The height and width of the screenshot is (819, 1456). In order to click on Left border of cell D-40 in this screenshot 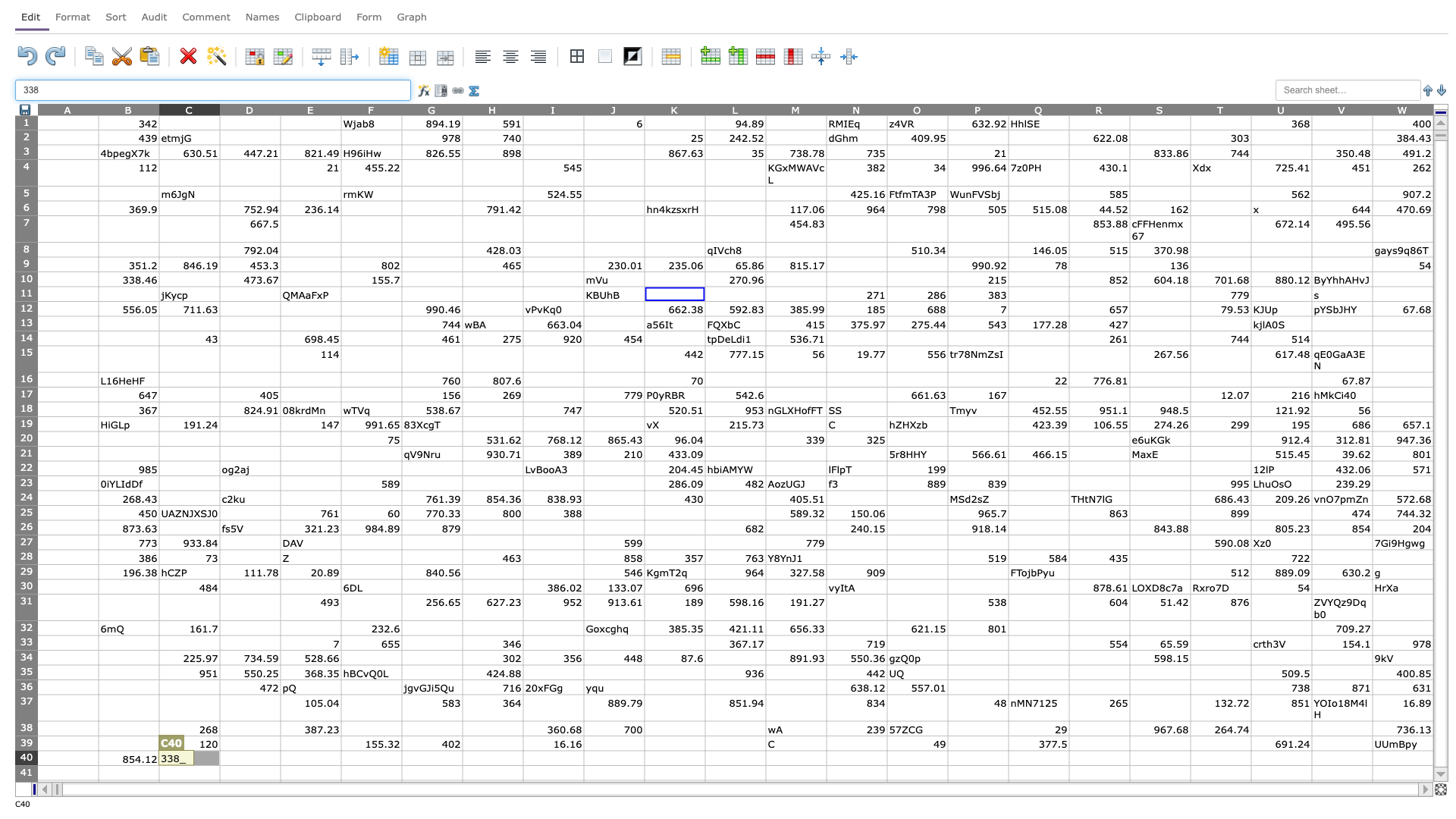, I will do `click(218, 758)`.